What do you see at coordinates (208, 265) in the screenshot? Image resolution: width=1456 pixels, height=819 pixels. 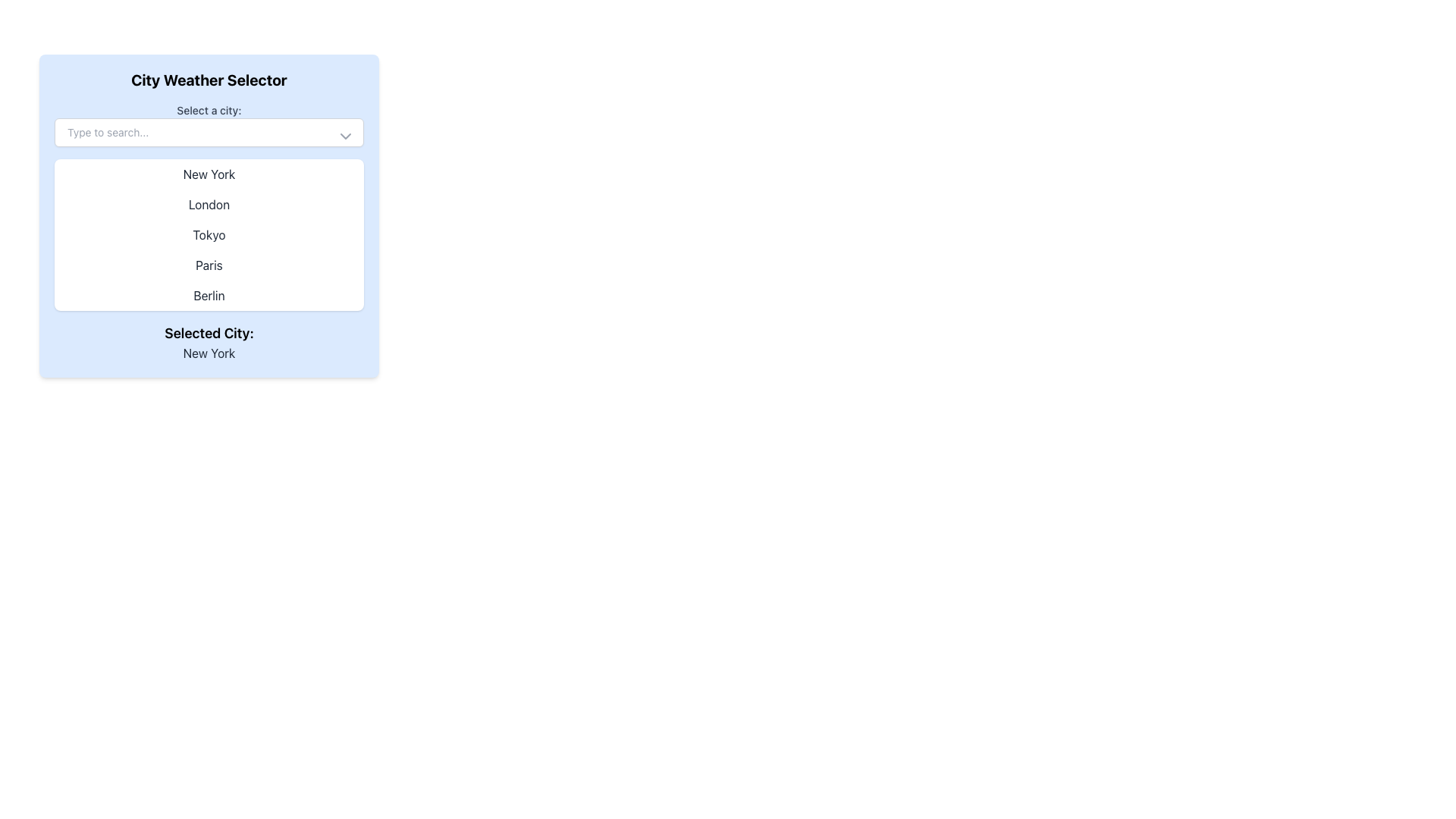 I see `the selectable city option 'Paris' in the city selector` at bounding box center [208, 265].